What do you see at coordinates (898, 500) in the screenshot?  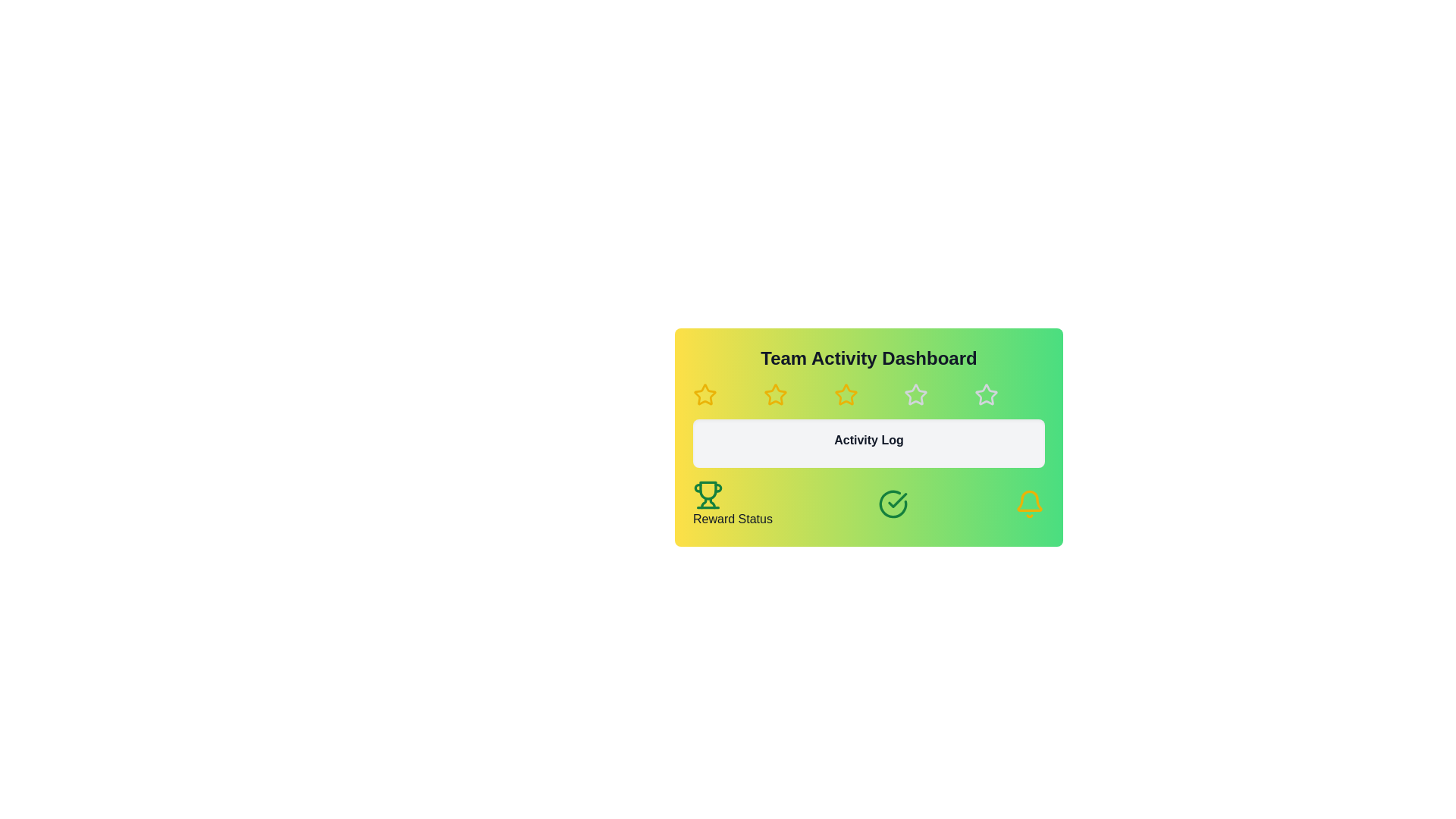 I see `the green checkmark icon located within a circular badge at the lower middle region of the card UI component` at bounding box center [898, 500].